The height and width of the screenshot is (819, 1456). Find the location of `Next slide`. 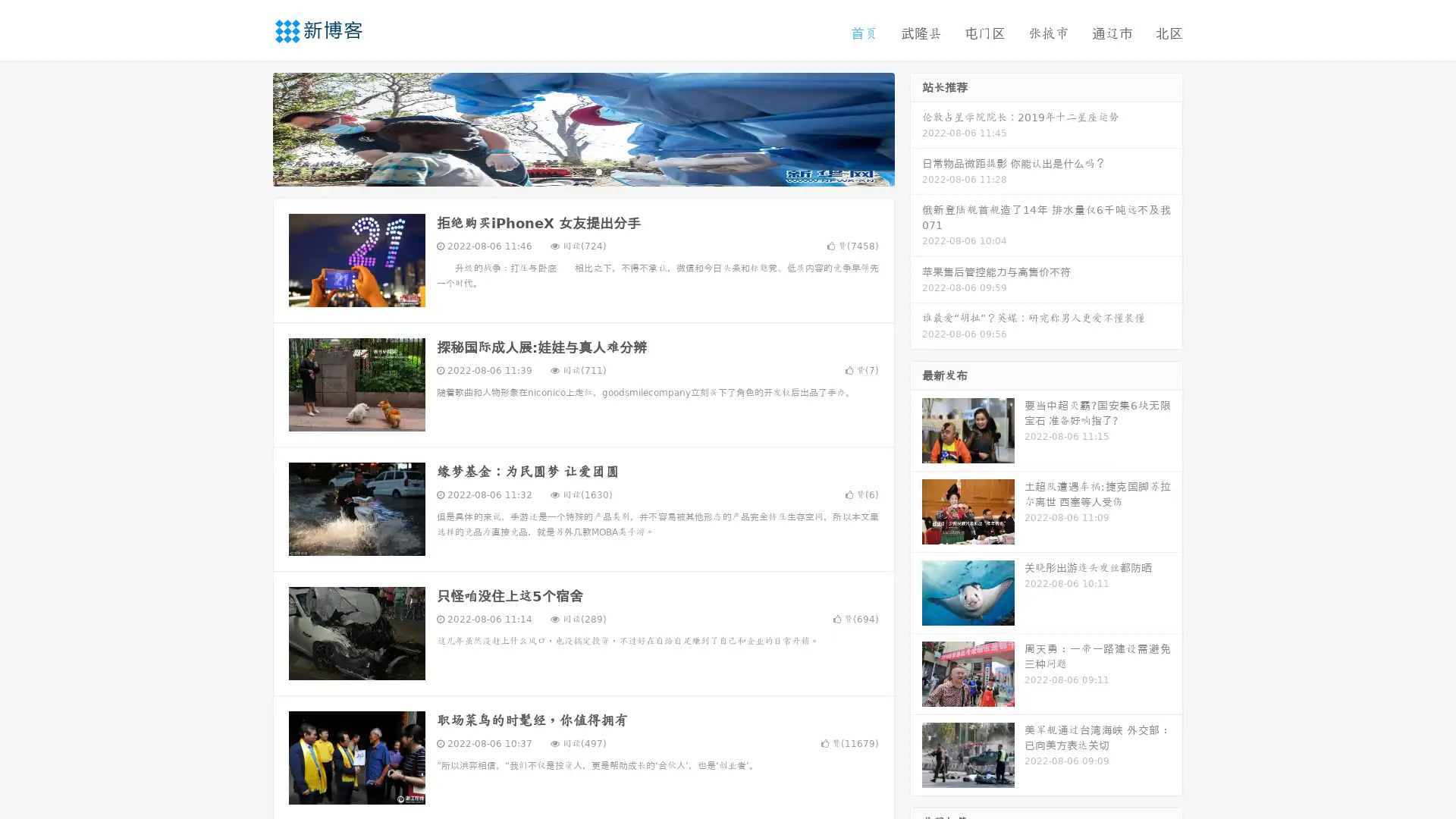

Next slide is located at coordinates (916, 127).